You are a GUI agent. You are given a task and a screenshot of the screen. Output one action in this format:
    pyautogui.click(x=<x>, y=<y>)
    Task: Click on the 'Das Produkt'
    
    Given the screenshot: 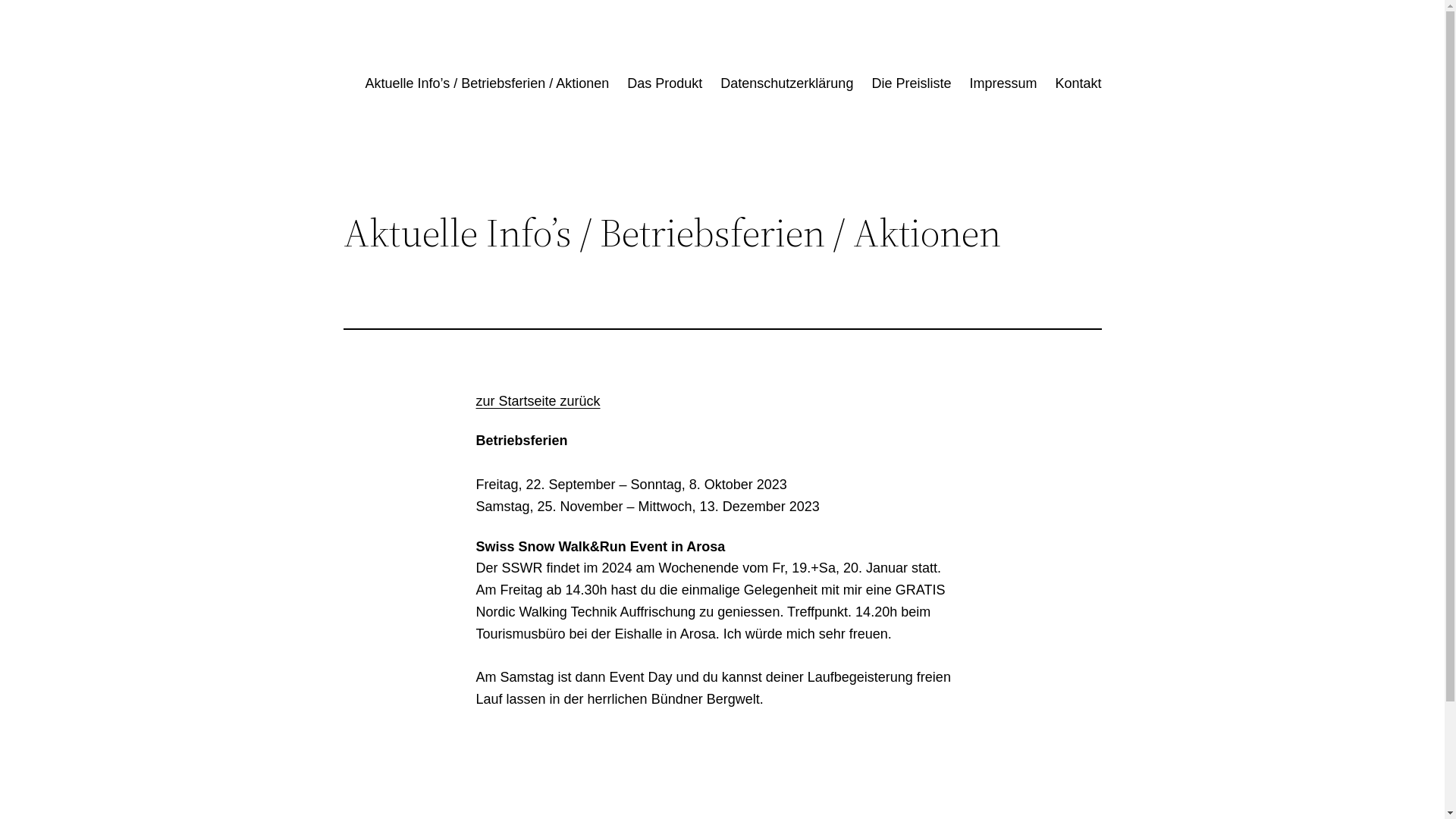 What is the action you would take?
    pyautogui.click(x=626, y=83)
    